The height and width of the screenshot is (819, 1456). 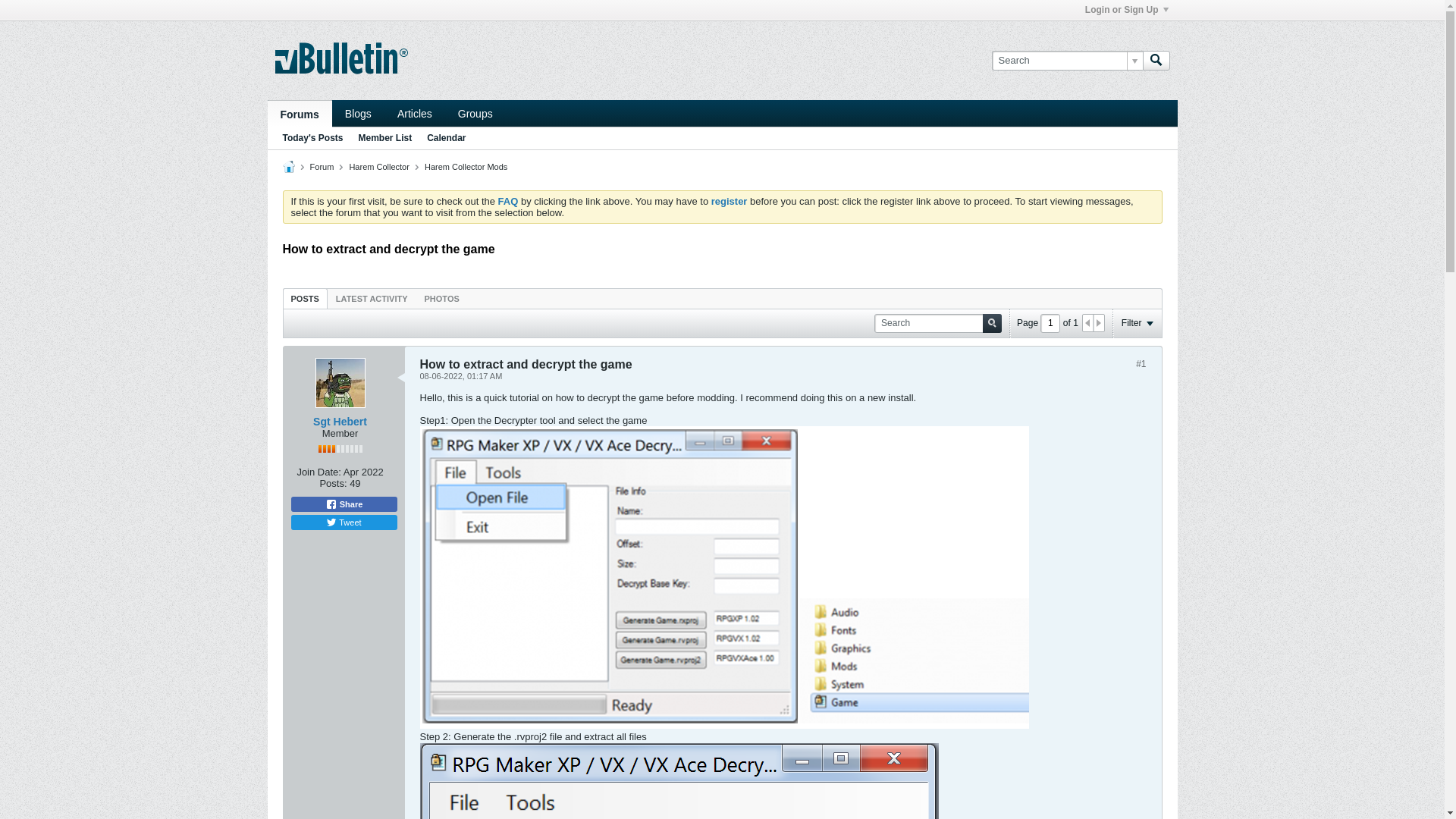 What do you see at coordinates (299, 113) in the screenshot?
I see `'Forums'` at bounding box center [299, 113].